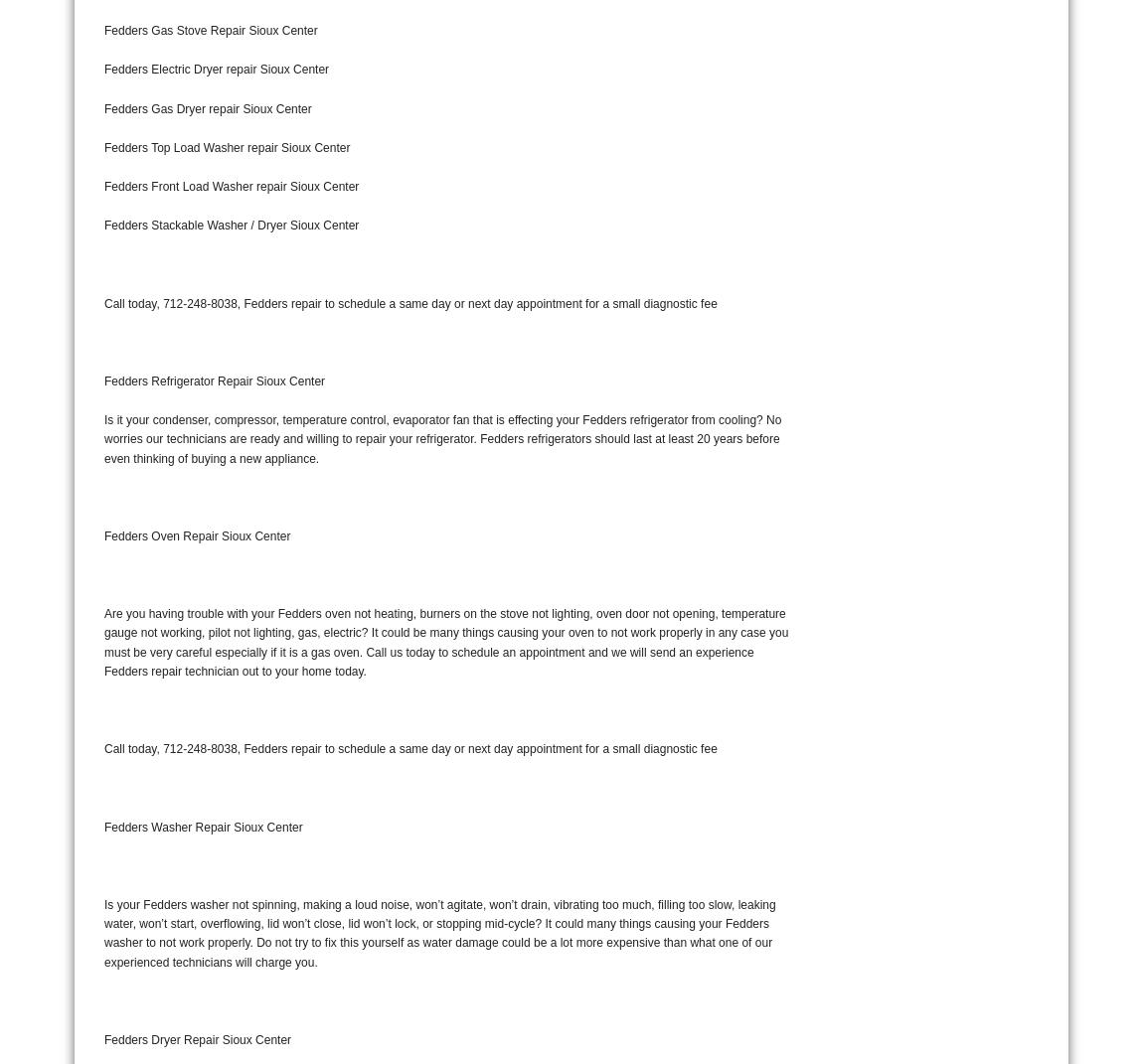 This screenshot has width=1143, height=1064. I want to click on 'Fedders Gas Dryer repair Sioux Center', so click(206, 108).